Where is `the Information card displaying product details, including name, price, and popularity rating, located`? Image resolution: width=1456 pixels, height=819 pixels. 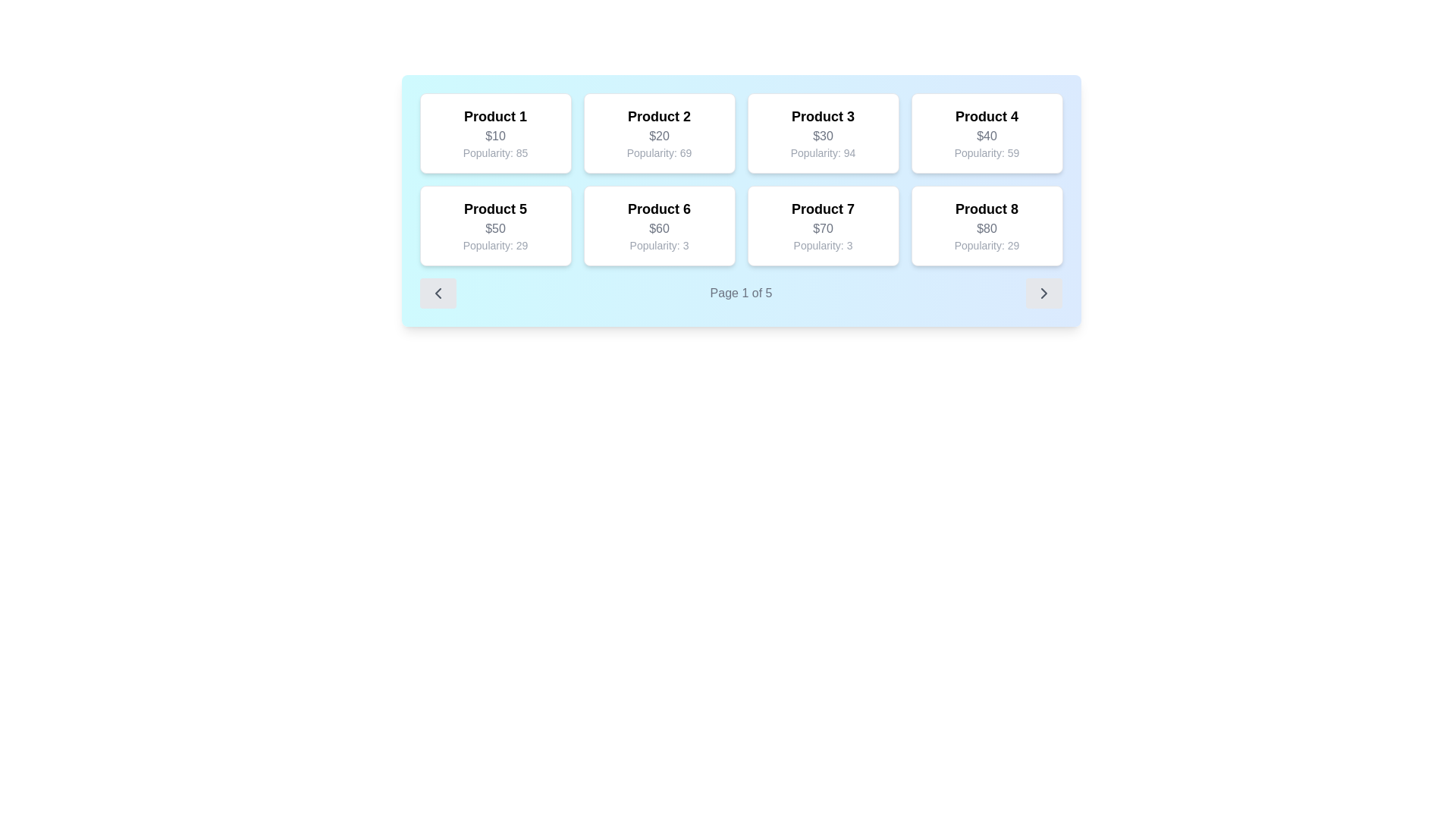
the Information card displaying product details, including name, price, and popularity rating, located is located at coordinates (659, 225).